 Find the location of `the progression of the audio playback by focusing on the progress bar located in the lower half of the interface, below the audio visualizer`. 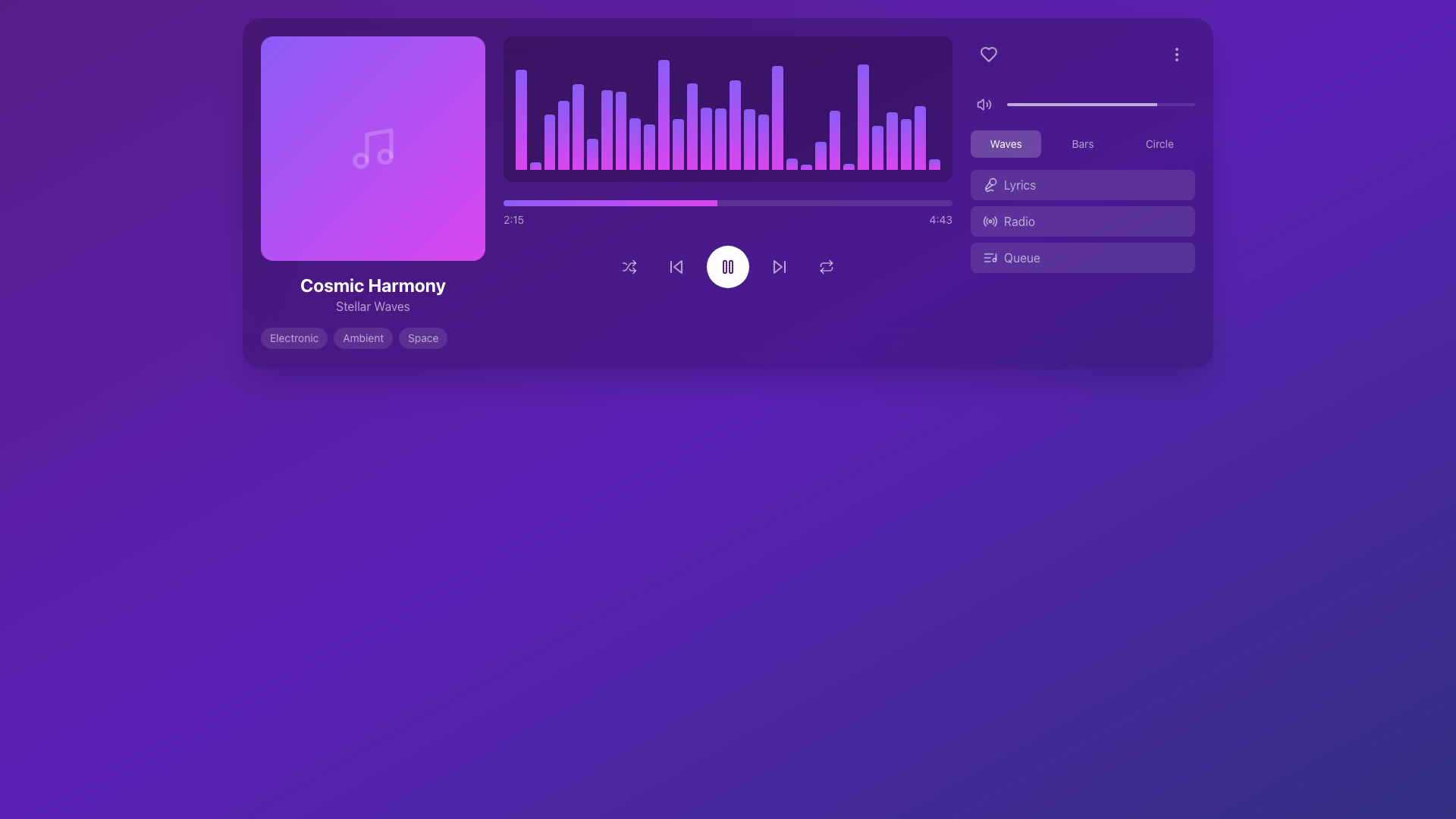

the progression of the audio playback by focusing on the progress bar located in the lower half of the interface, below the audio visualizer is located at coordinates (610, 202).